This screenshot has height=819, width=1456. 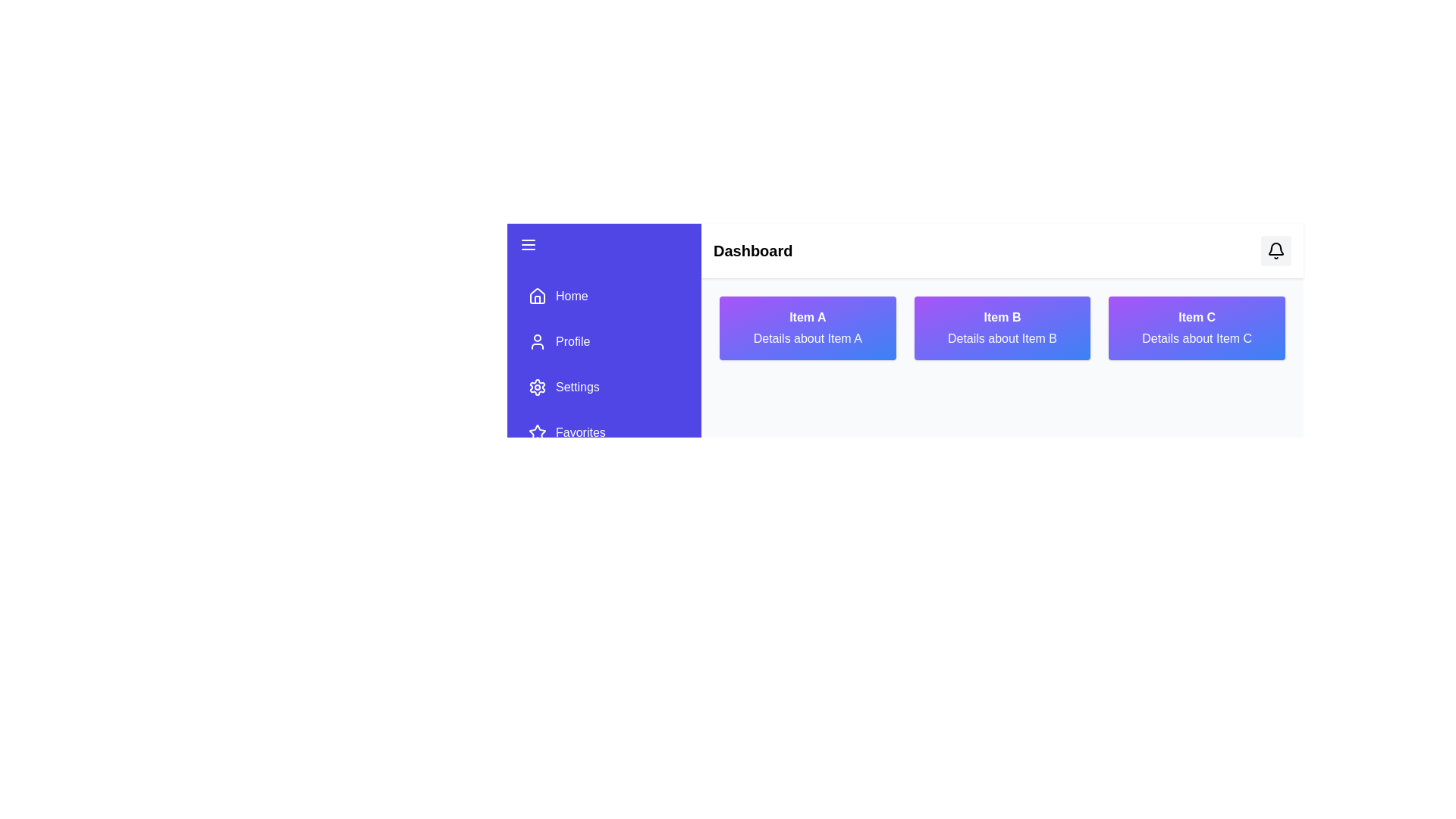 I want to click on the first informational card related to 'Item A' in the grid layout, positioned to the left of 'Item B' and 'Item C', so click(x=807, y=327).